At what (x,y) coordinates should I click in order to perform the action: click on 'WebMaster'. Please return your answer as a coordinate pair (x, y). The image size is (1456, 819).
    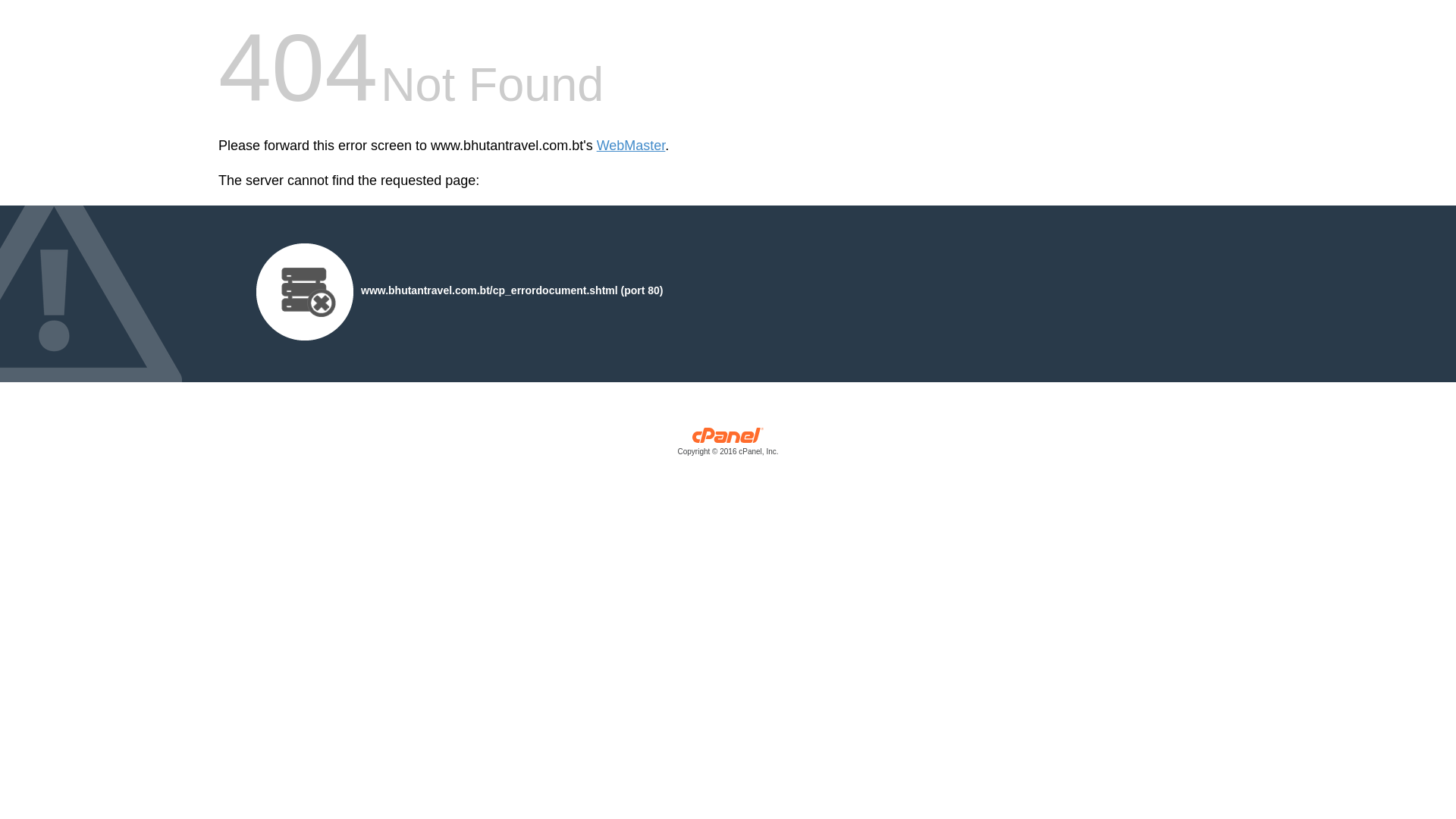
    Looking at the image, I should click on (631, 146).